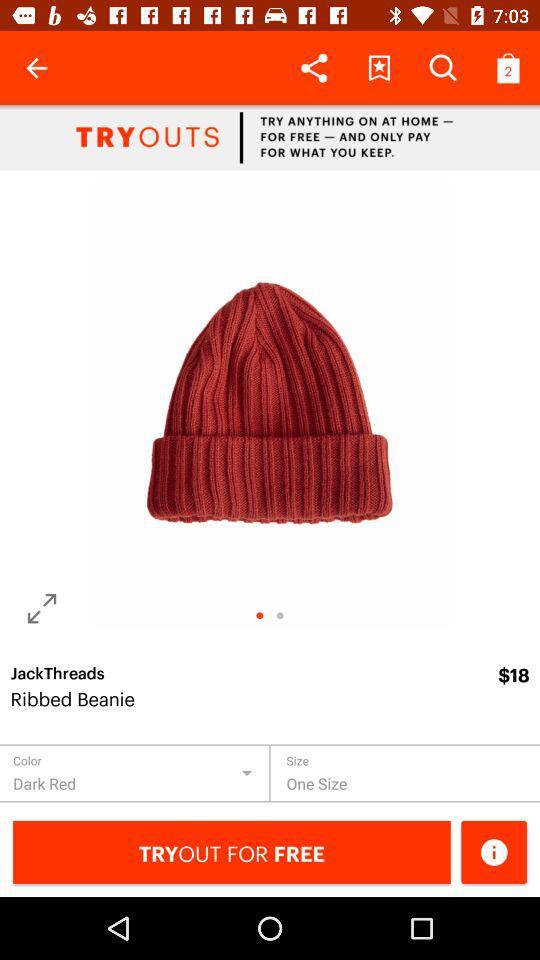 Image resolution: width=540 pixels, height=960 pixels. What do you see at coordinates (42, 607) in the screenshot?
I see `change angle of photo` at bounding box center [42, 607].